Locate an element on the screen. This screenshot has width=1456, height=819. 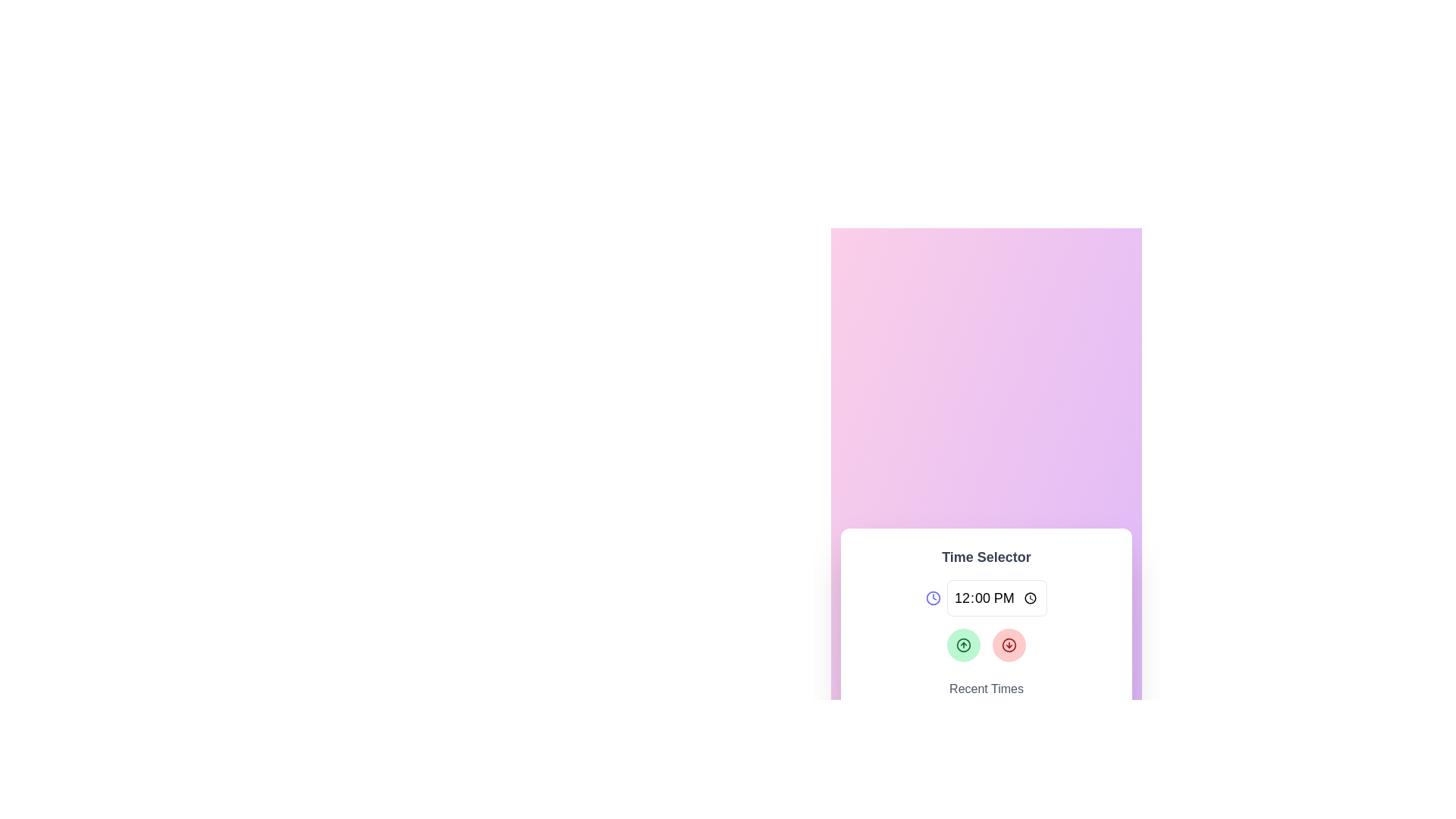
the clock icon's outer frame, which is a circle defining the structure of the clock icon, located to the left of the time display in the time selector interface is located at coordinates (933, 598).